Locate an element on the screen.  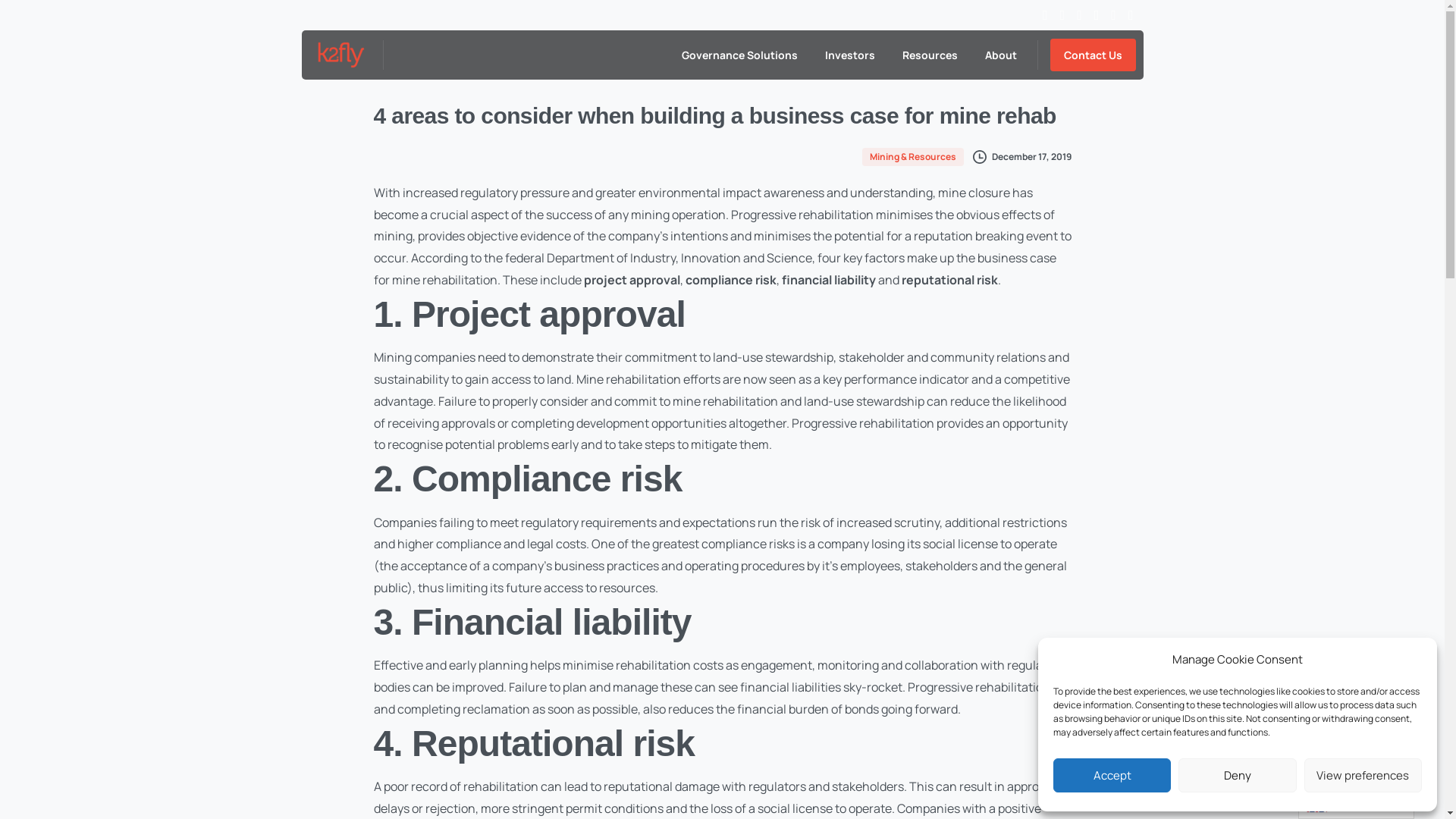
'Resources' is located at coordinates (929, 54).